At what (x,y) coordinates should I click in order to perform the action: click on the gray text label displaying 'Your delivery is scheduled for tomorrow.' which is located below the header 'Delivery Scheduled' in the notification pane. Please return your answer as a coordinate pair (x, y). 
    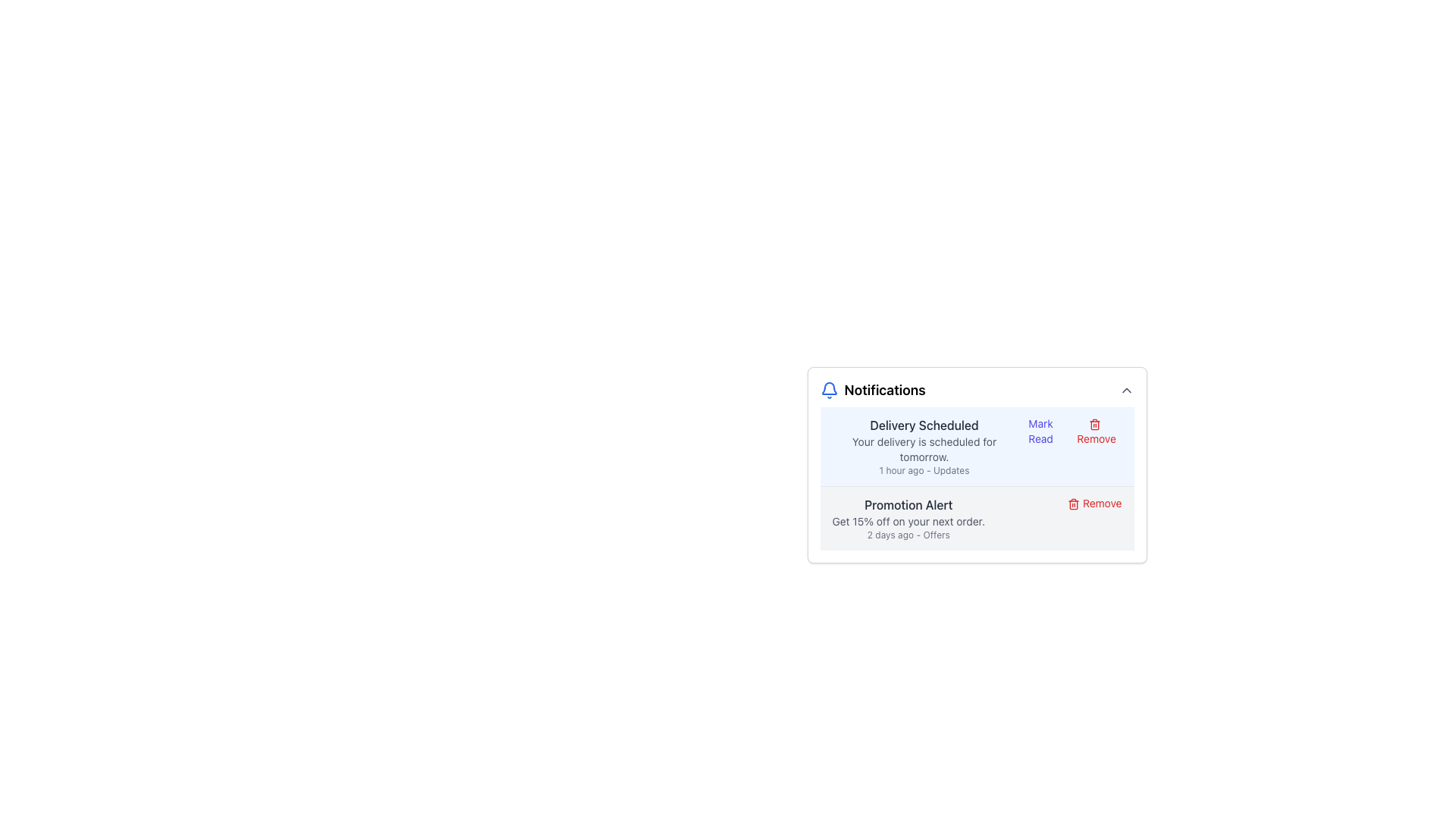
    Looking at the image, I should click on (924, 449).